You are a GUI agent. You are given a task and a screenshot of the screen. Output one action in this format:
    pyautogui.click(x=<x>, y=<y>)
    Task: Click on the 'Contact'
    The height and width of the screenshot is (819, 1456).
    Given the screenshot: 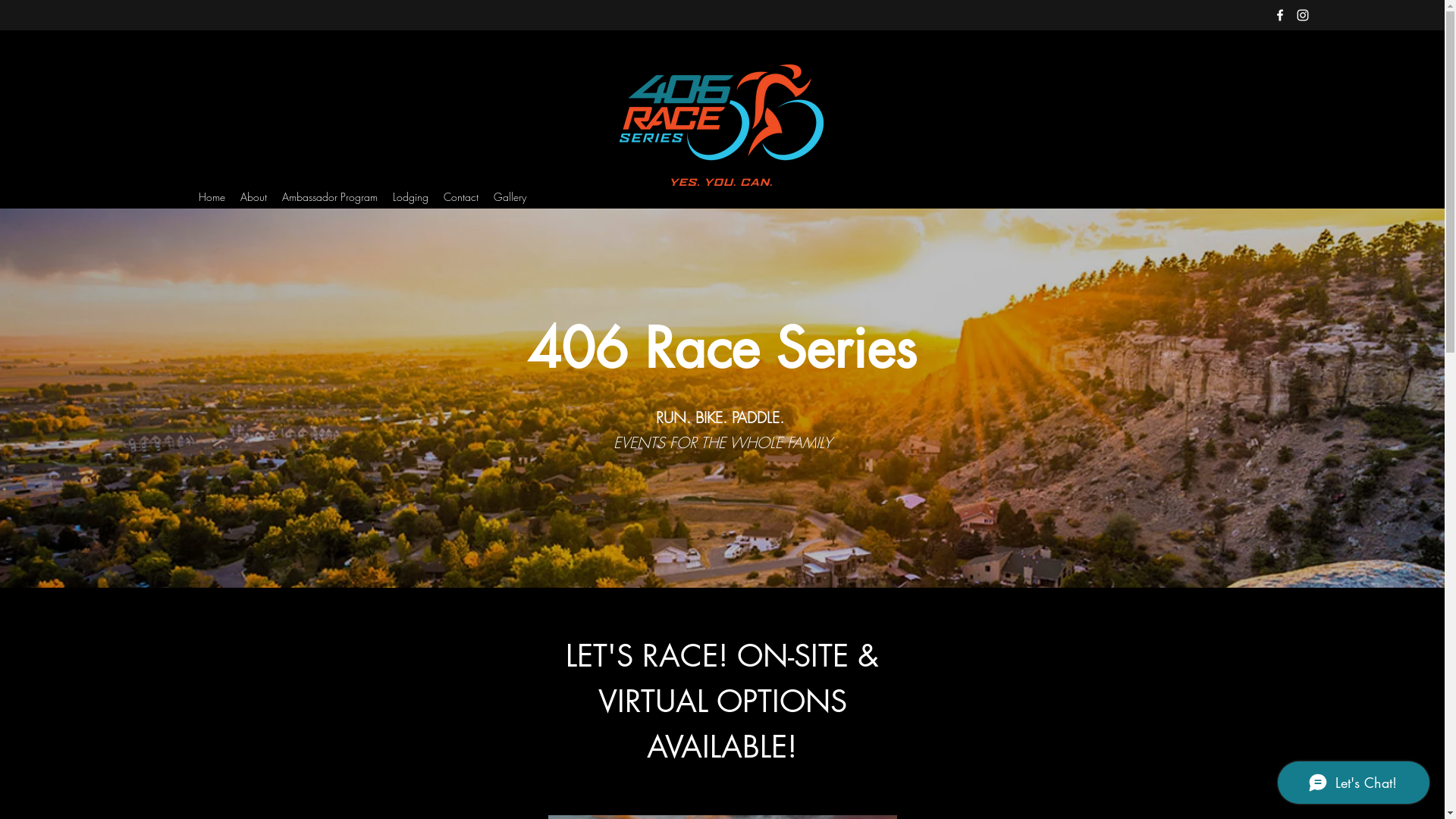 What is the action you would take?
    pyautogui.click(x=435, y=196)
    